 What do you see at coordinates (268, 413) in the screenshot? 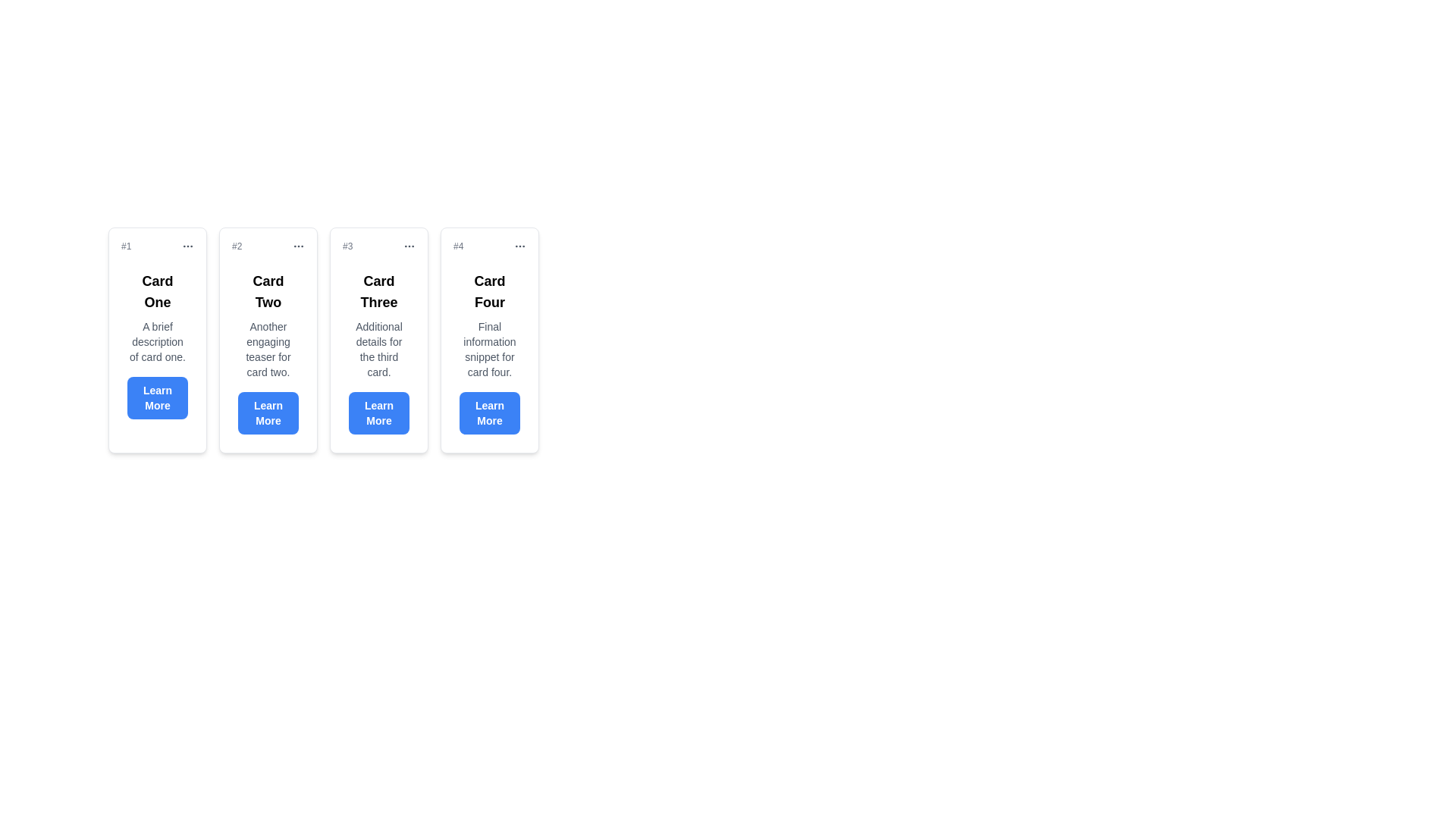
I see `the button with blue background and white text labeled 'Learn More' located at the bottom of 'Card Two'` at bounding box center [268, 413].